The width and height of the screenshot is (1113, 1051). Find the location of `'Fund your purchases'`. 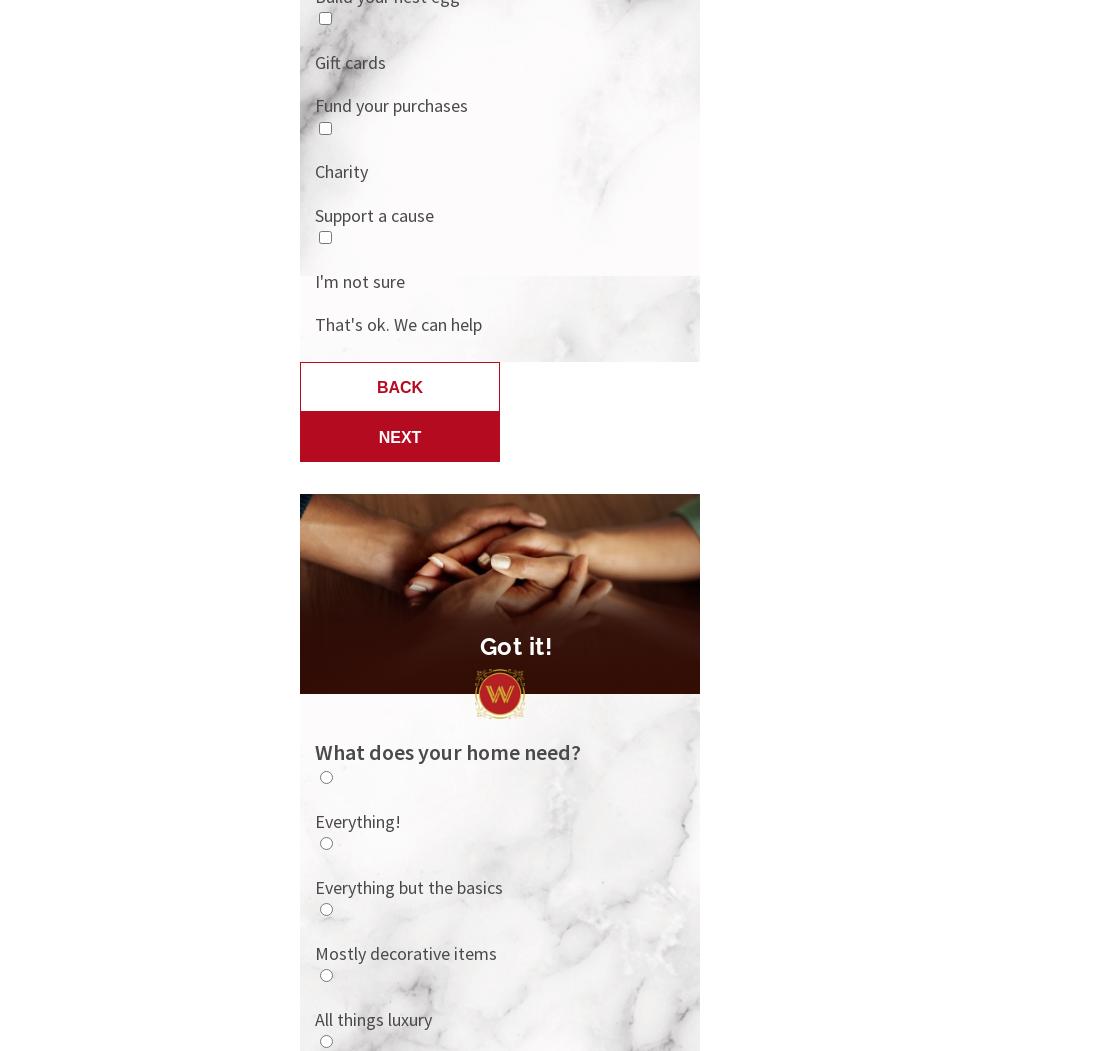

'Fund your purchases' is located at coordinates (391, 105).